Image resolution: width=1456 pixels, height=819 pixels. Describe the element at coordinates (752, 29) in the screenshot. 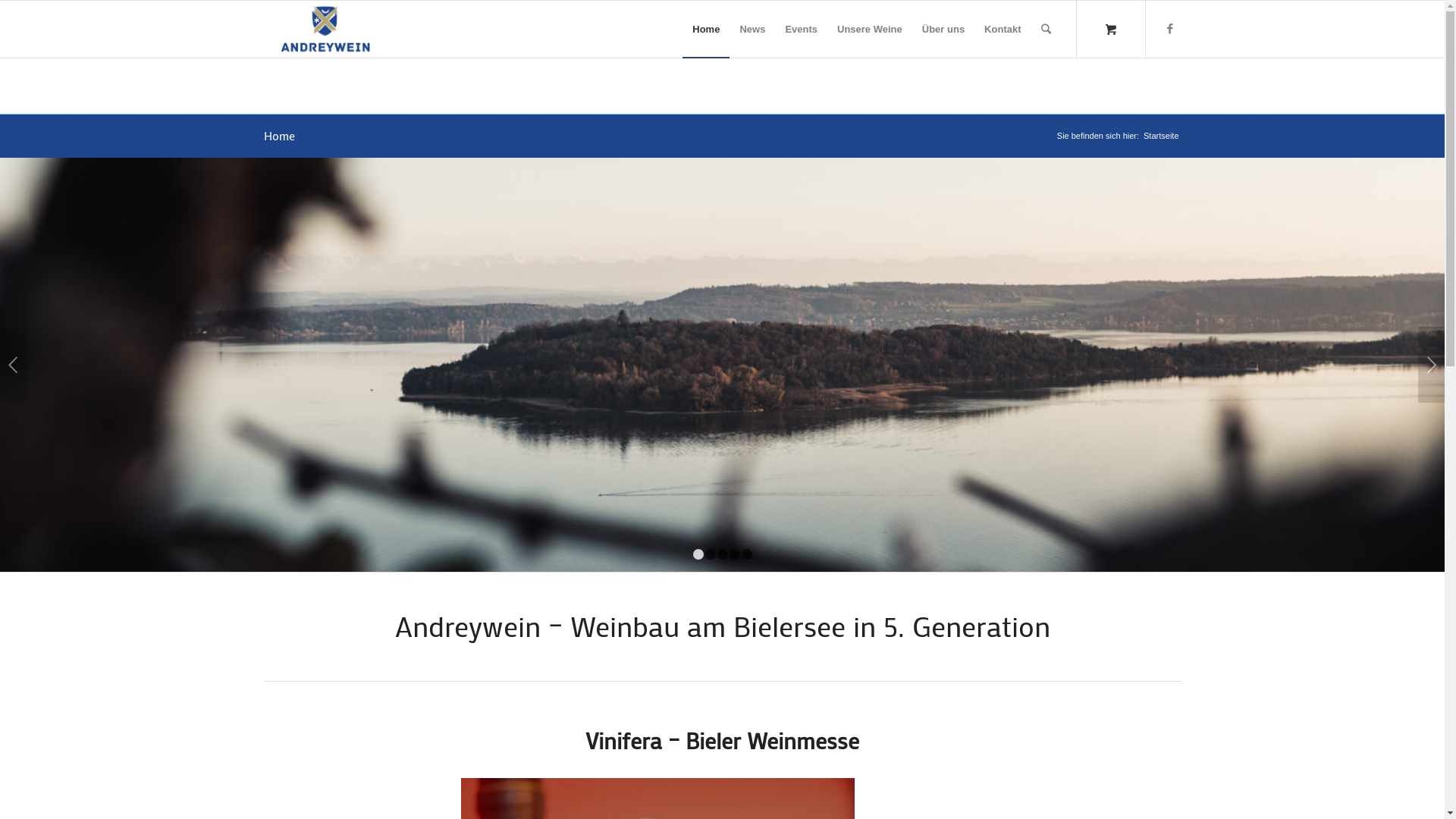

I see `'News'` at that location.